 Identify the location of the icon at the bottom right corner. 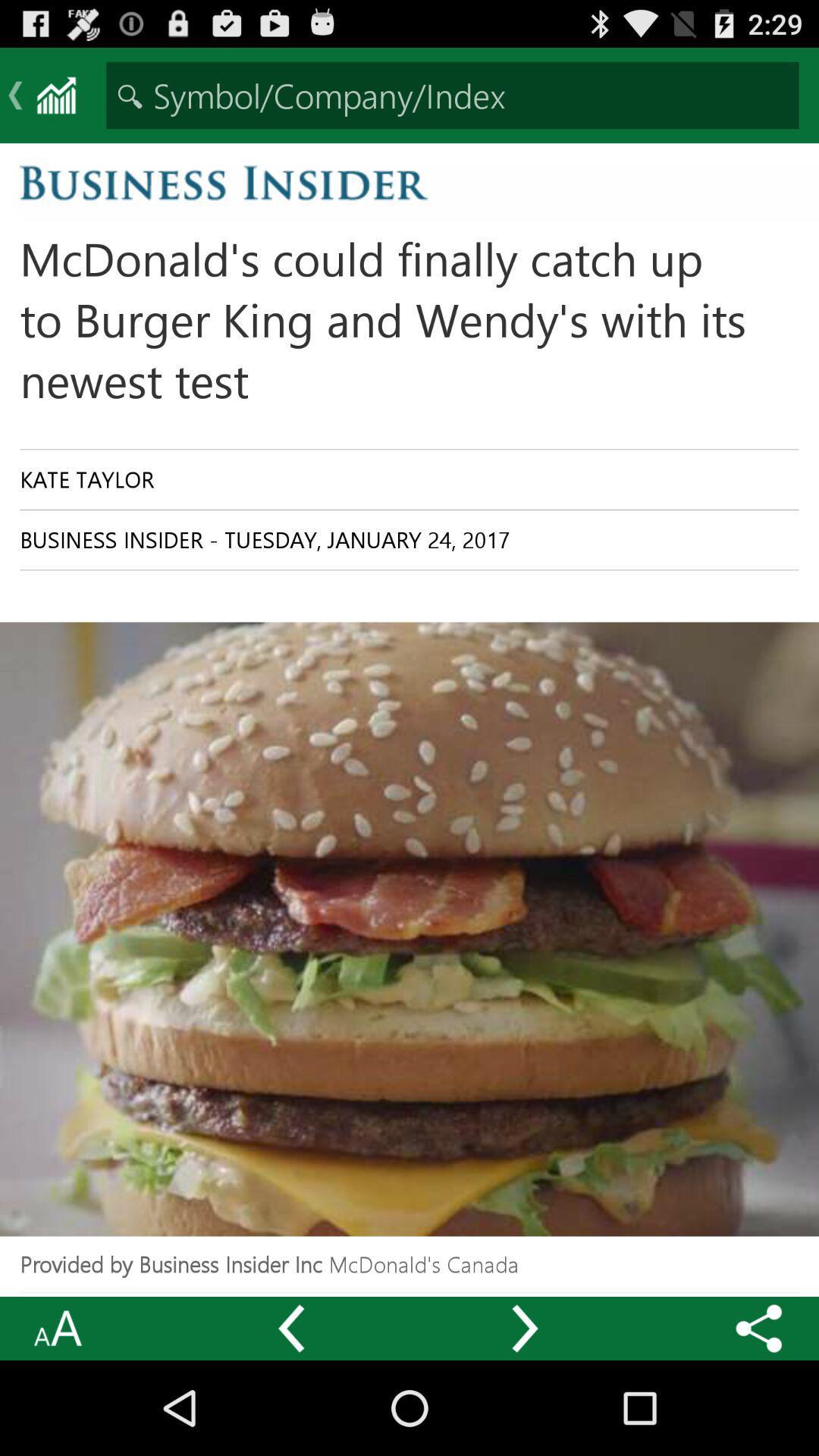
(759, 1328).